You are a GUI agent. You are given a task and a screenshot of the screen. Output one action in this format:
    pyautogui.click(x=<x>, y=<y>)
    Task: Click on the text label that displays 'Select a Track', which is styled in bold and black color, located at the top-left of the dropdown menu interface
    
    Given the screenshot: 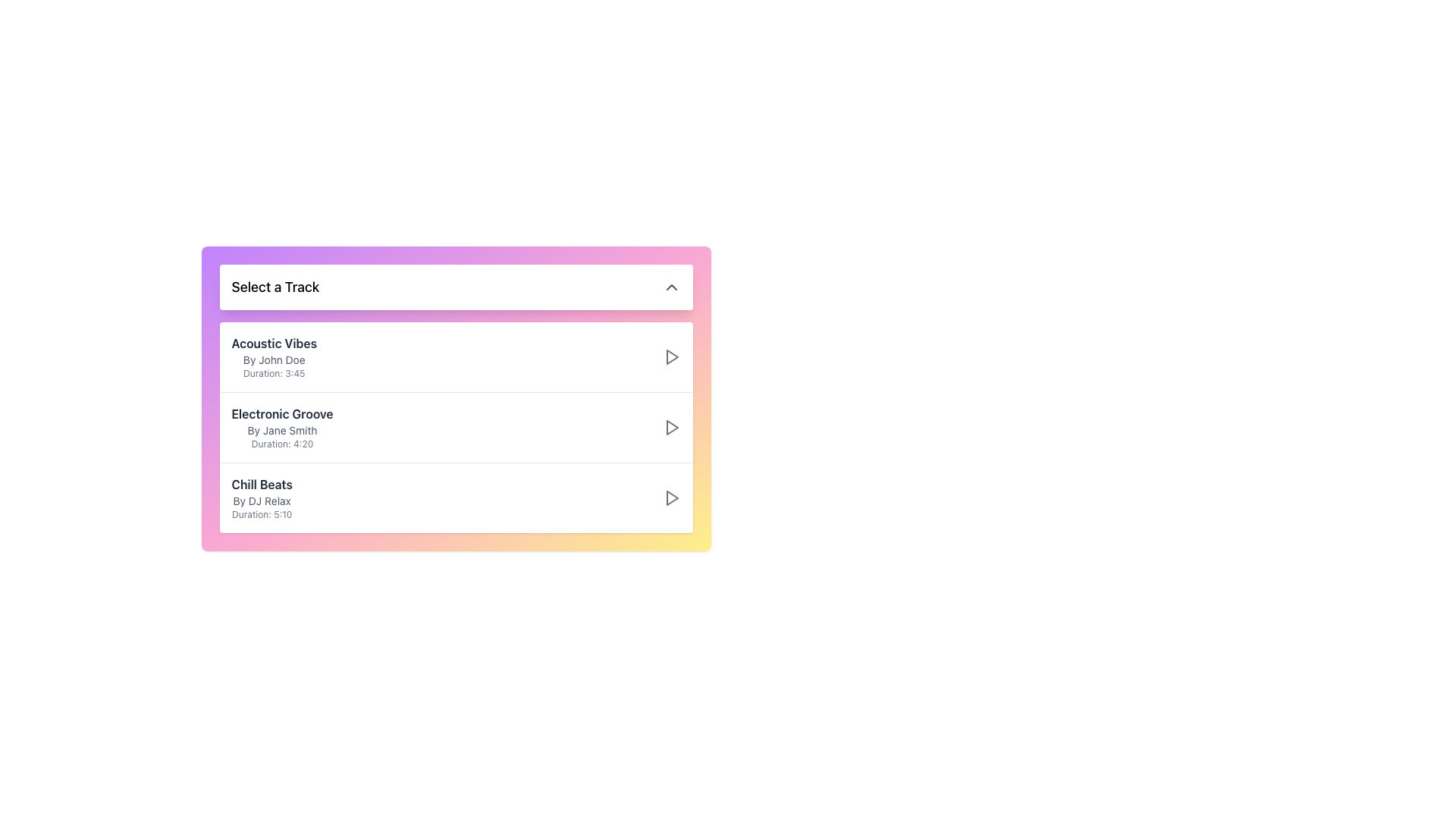 What is the action you would take?
    pyautogui.click(x=275, y=287)
    